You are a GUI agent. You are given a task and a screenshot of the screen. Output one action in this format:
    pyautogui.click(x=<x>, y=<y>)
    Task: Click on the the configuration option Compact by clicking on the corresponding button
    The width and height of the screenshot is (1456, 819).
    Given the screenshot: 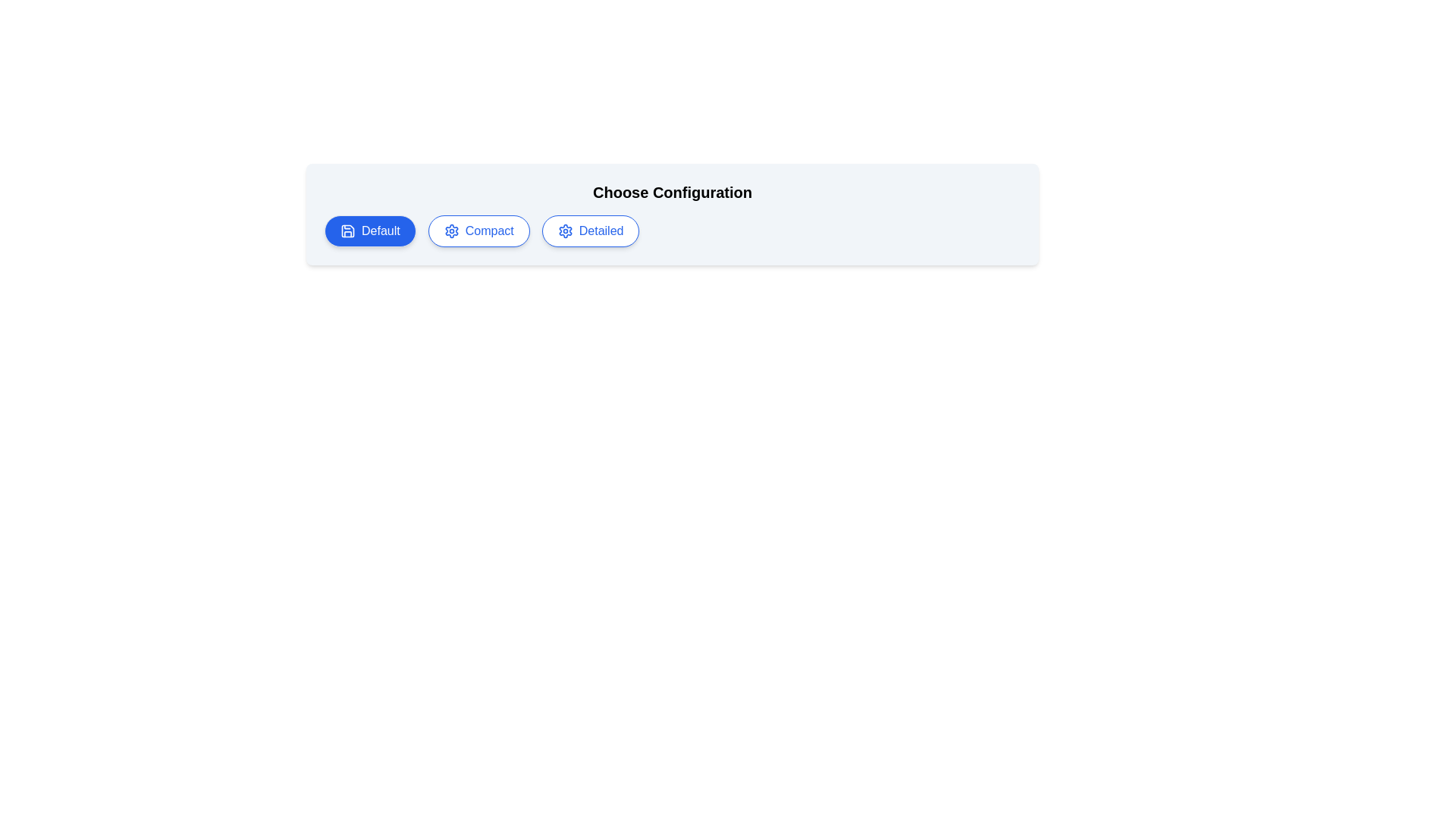 What is the action you would take?
    pyautogui.click(x=478, y=231)
    